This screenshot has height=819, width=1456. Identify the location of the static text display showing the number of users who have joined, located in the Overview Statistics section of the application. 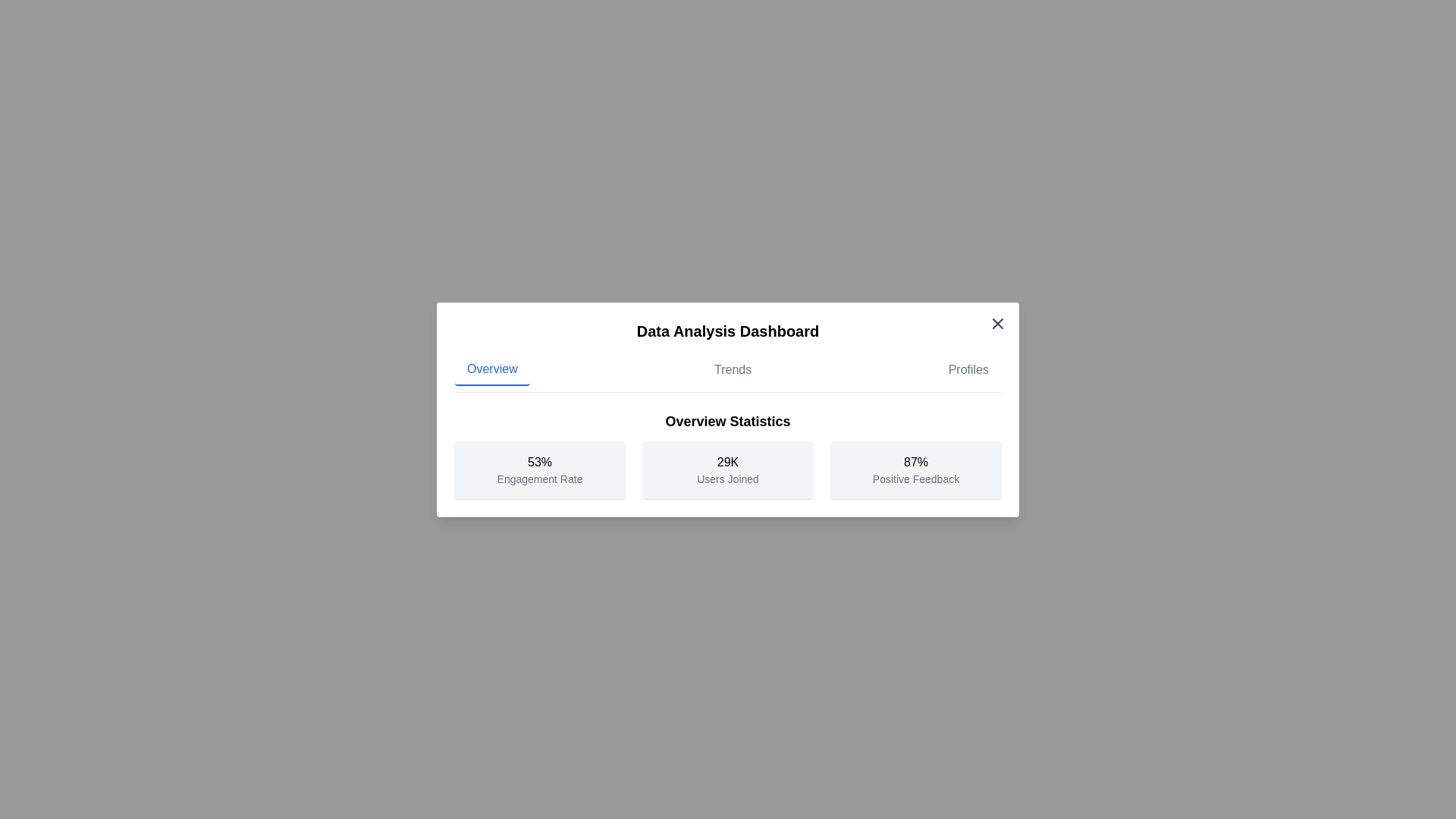
(728, 461).